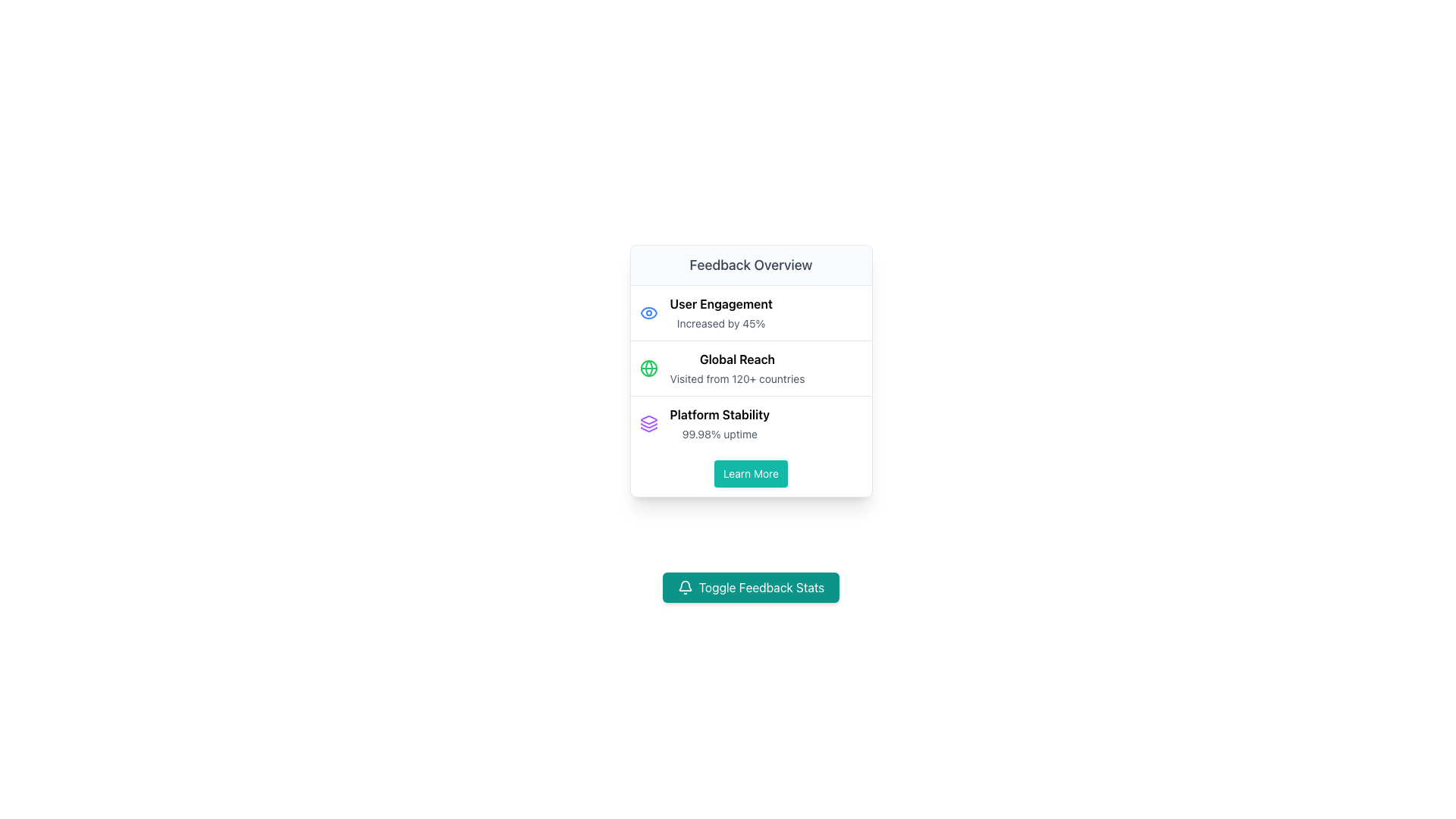 The width and height of the screenshot is (1456, 819). Describe the element at coordinates (720, 312) in the screenshot. I see `the Text block displaying 'User Engagement' and 'Increased by 45%' which is the first item in the vertical list within the 'Feedback Overview' card` at that location.